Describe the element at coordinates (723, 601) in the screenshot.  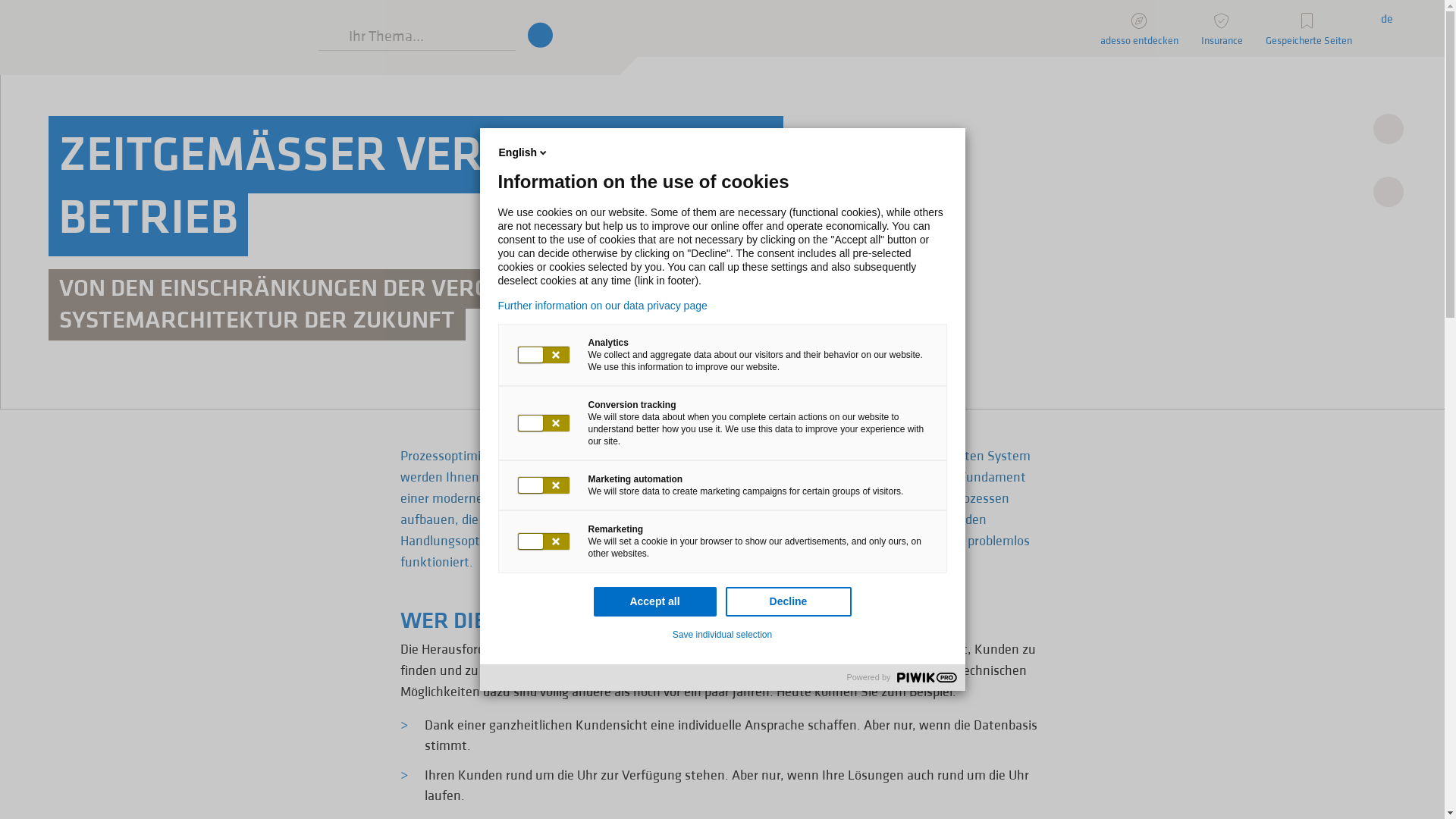
I see `'Decline'` at that location.